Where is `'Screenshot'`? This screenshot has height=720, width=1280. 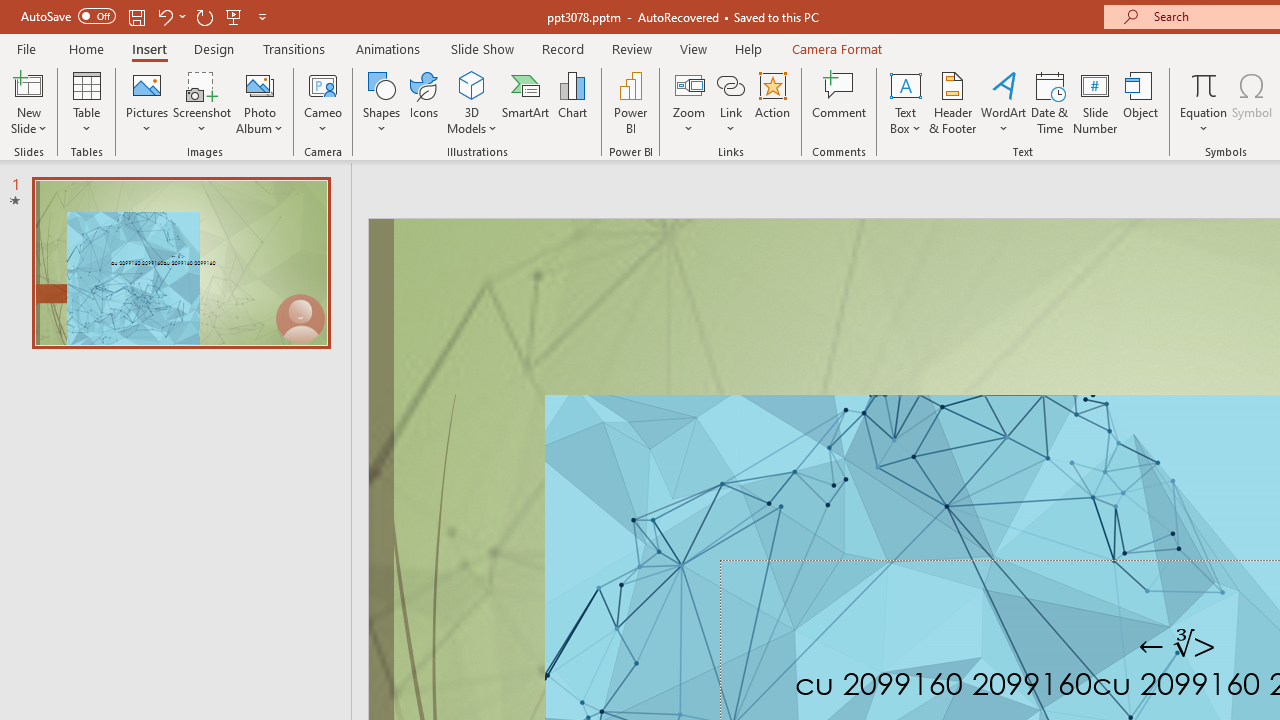
'Screenshot' is located at coordinates (202, 103).